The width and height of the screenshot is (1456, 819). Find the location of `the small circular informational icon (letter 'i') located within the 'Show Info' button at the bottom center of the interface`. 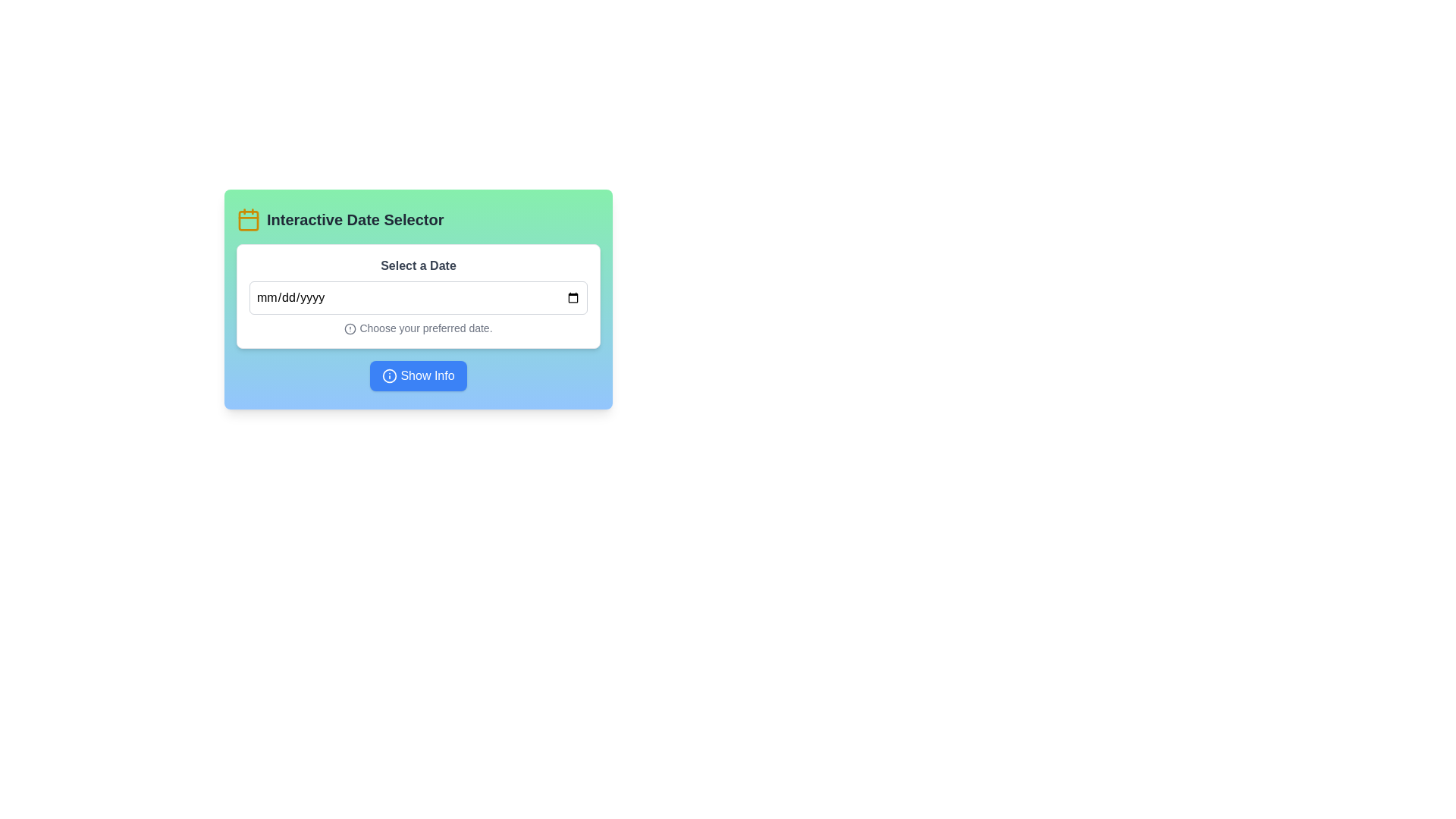

the small circular informational icon (letter 'i') located within the 'Show Info' button at the bottom center of the interface is located at coordinates (390, 375).